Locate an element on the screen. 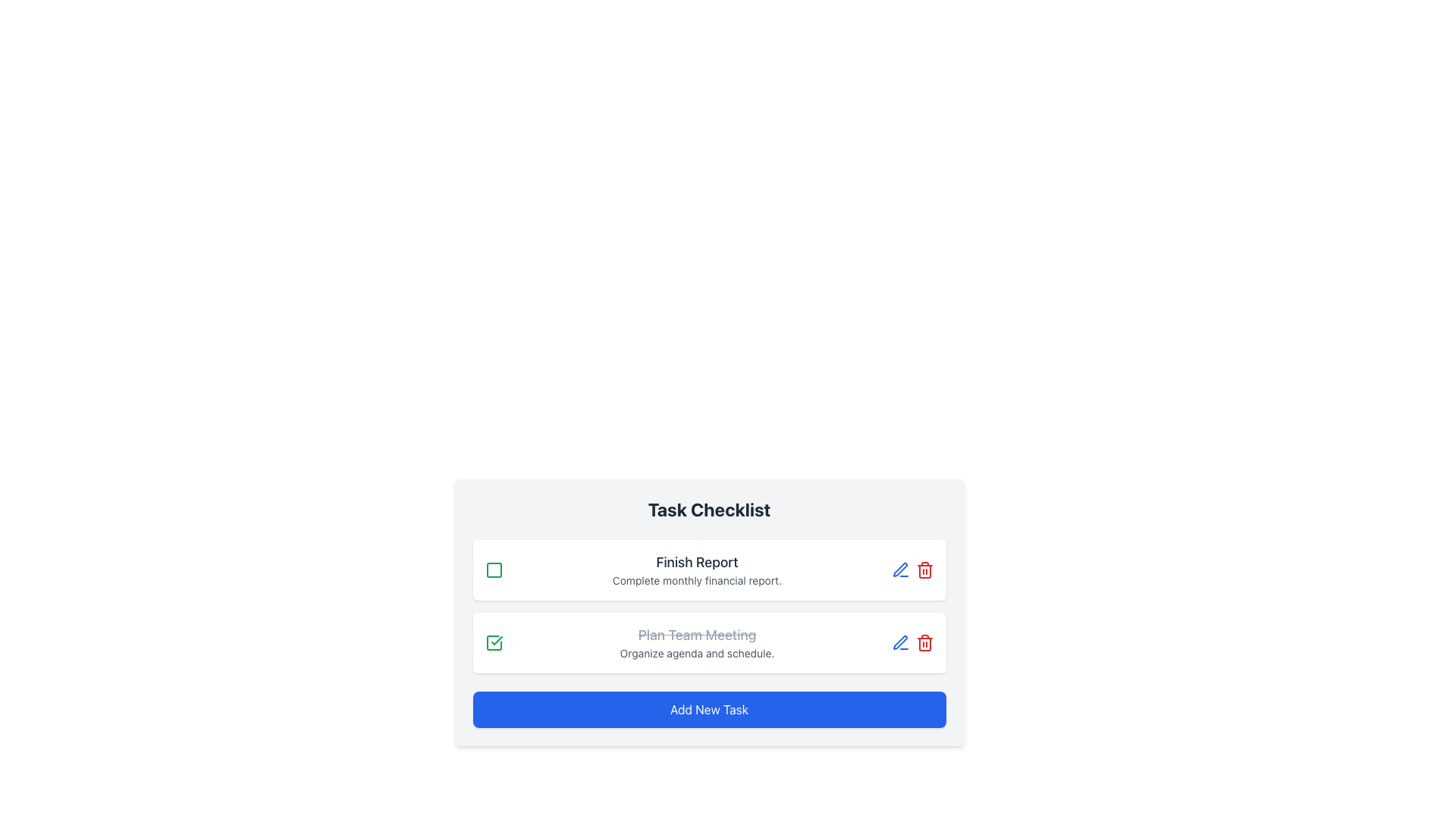 The image size is (1456, 819). the edit icon represented by a pen-shaped icon located adjacent to the second task entry in the checklist is located at coordinates (899, 570).